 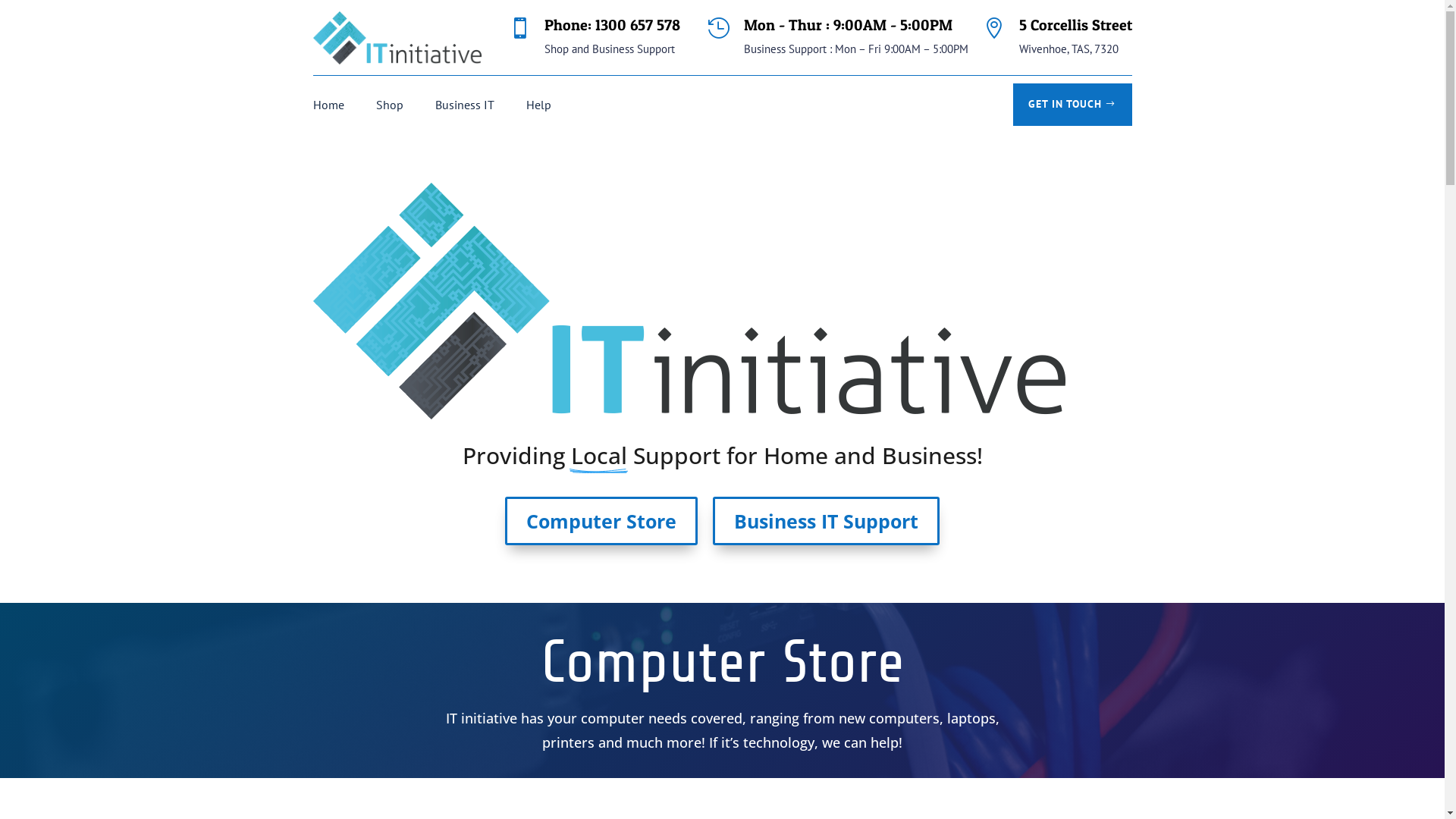 I want to click on 'GET IN TOUCH', so click(x=1072, y=104).